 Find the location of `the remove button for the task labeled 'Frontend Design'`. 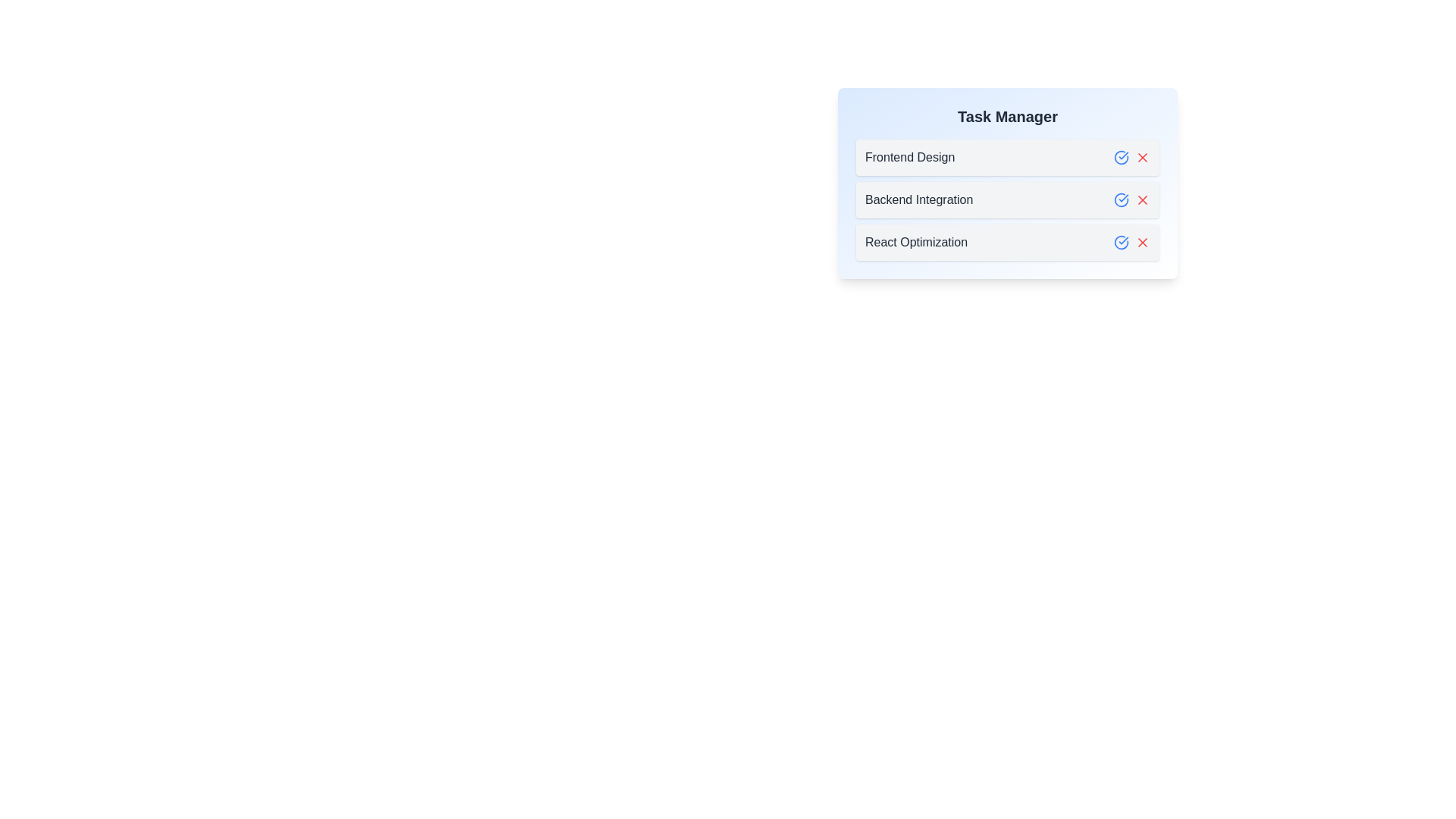

the remove button for the task labeled 'Frontend Design' is located at coordinates (1143, 158).